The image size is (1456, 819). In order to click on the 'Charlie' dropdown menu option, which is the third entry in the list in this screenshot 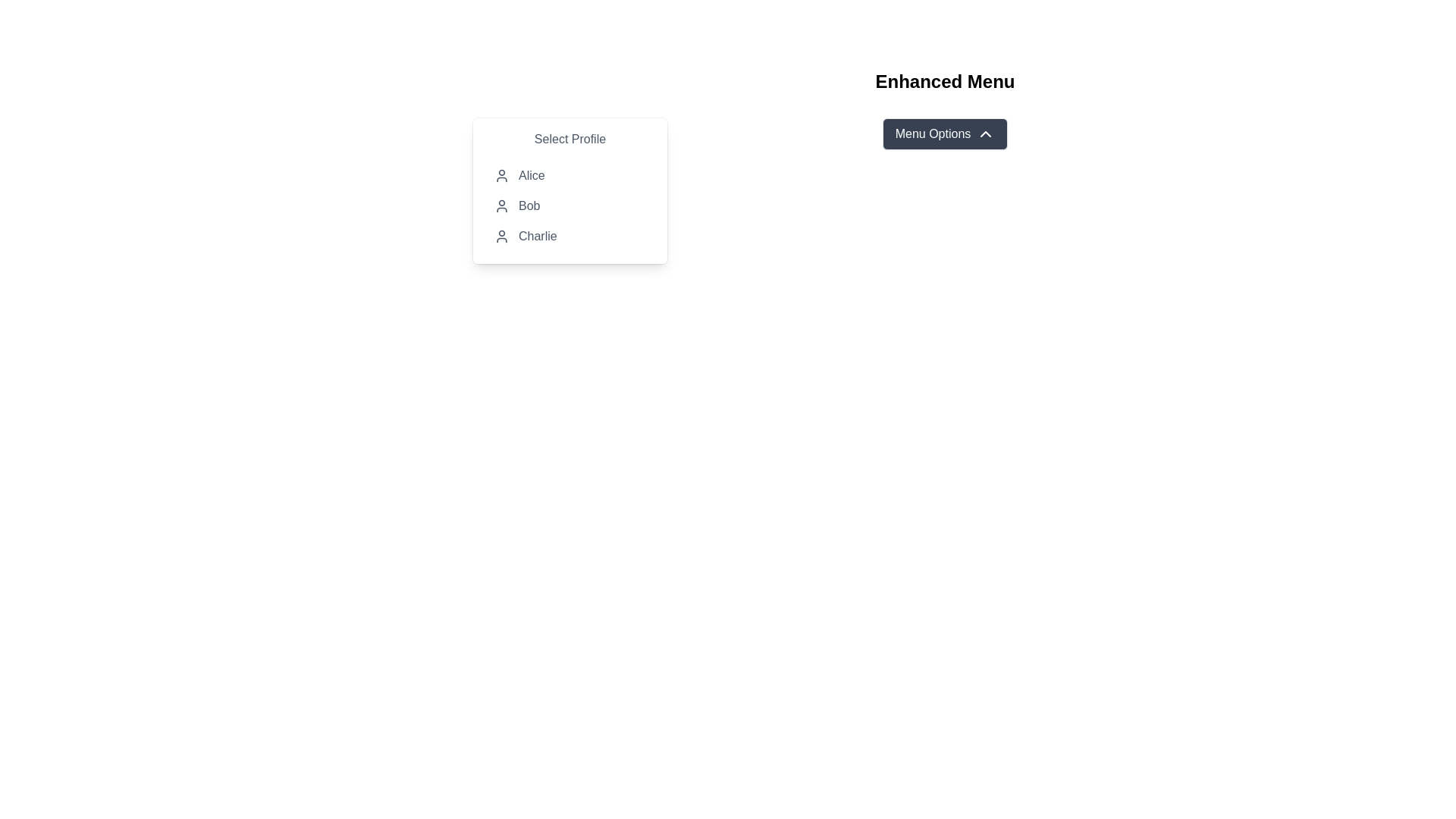, I will do `click(570, 237)`.